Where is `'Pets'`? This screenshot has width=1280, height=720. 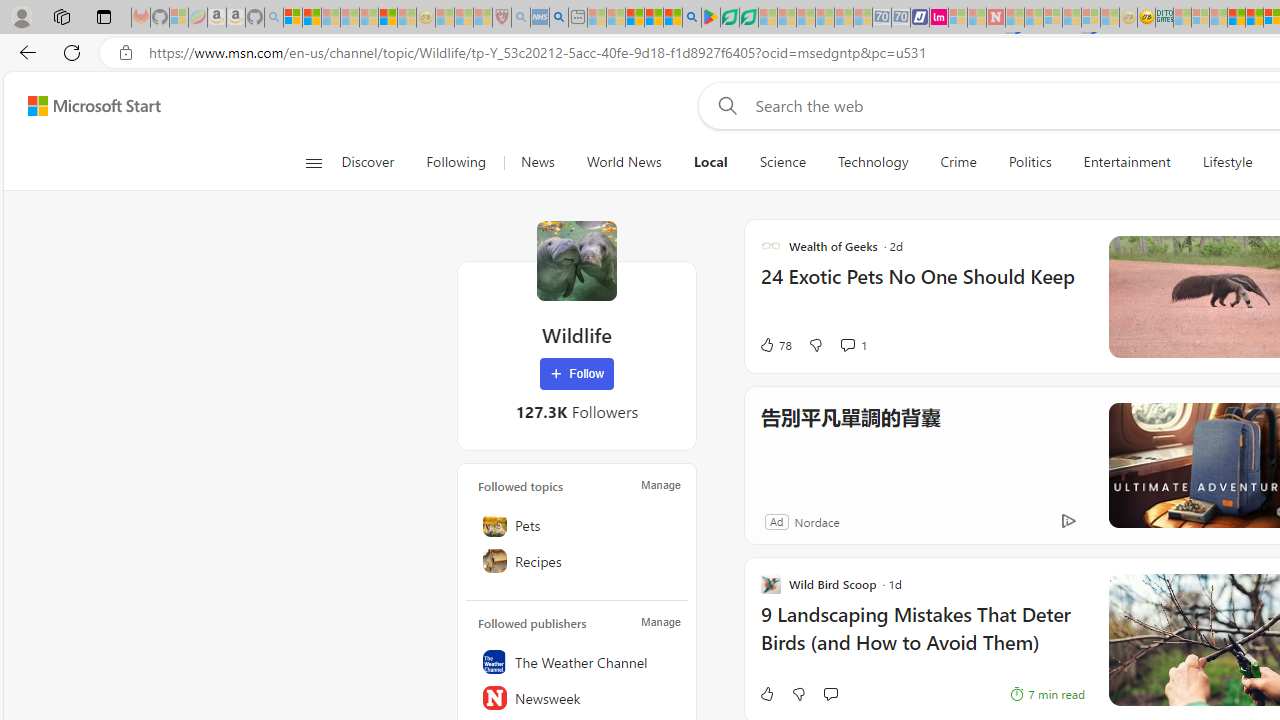 'Pets' is located at coordinates (576, 524).